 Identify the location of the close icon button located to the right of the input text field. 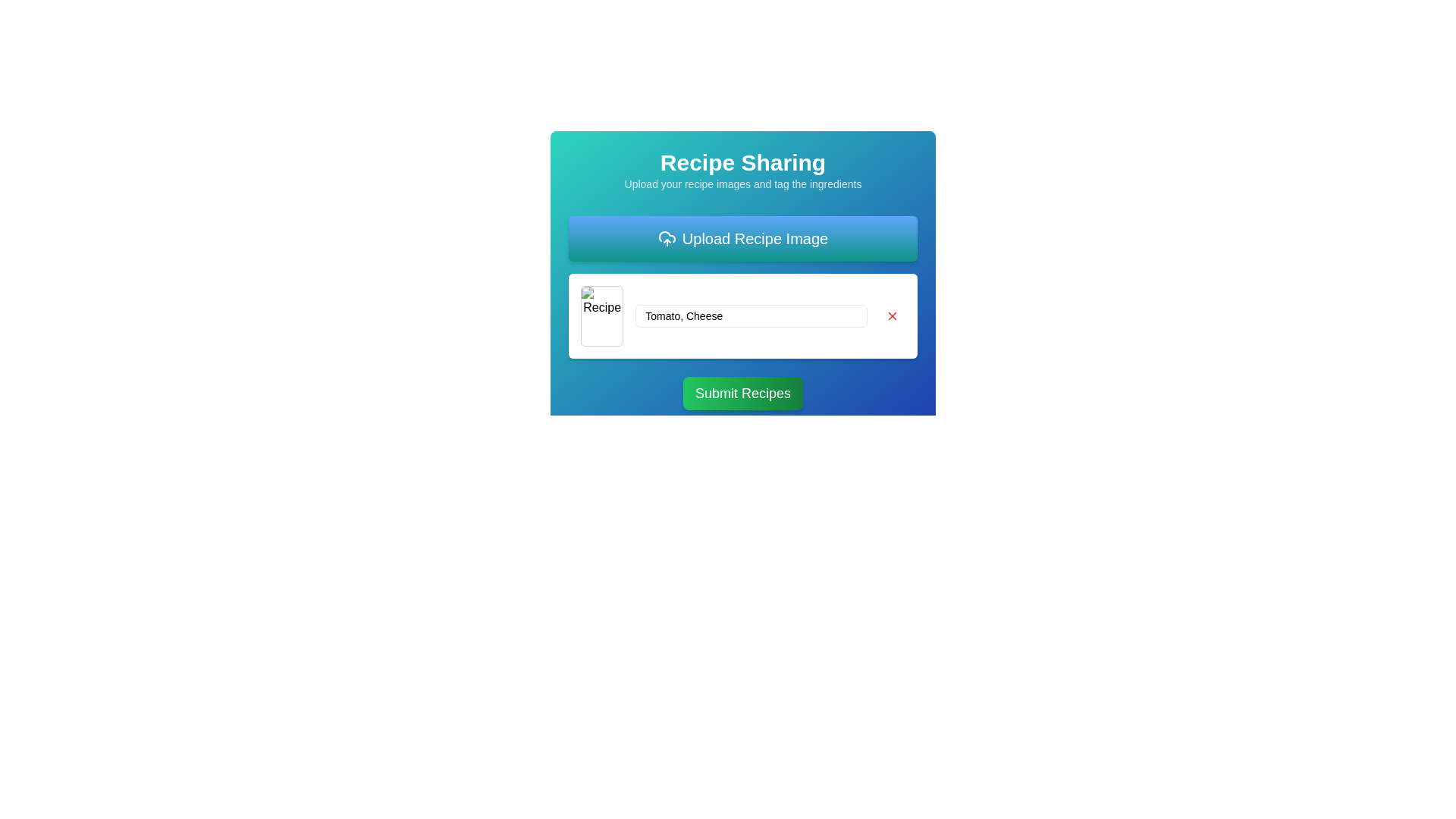
(892, 315).